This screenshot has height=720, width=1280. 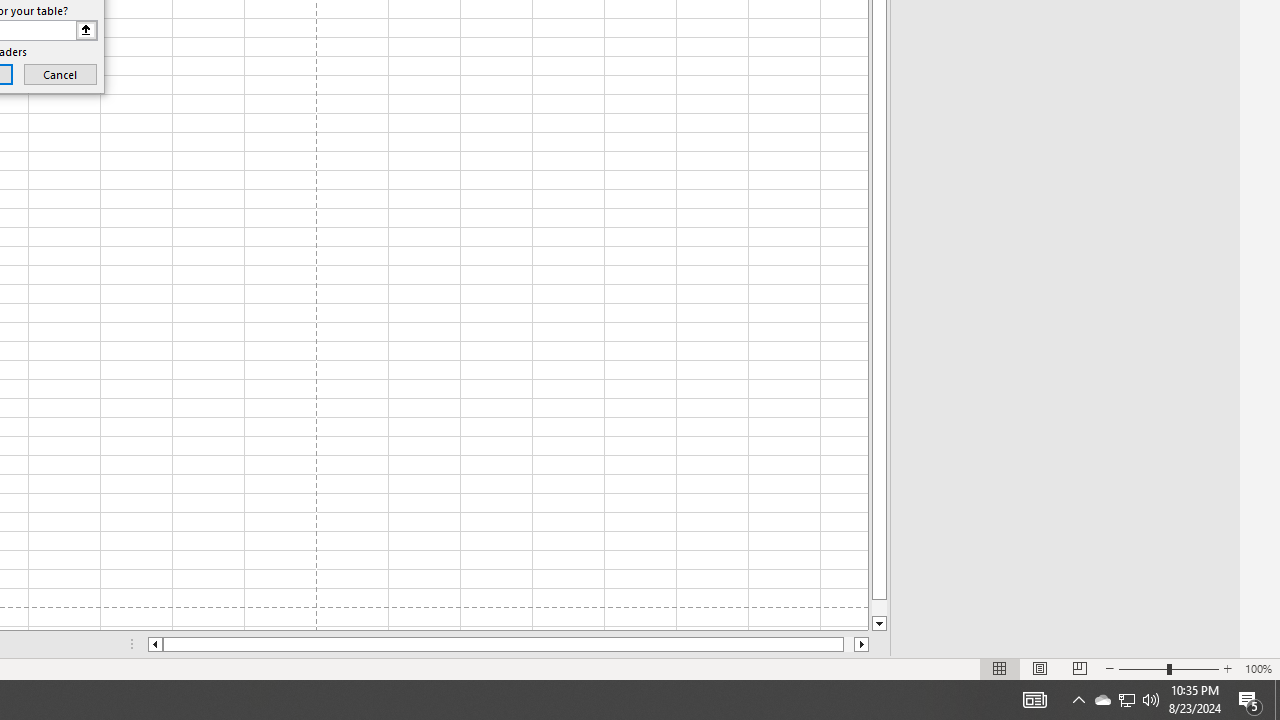 I want to click on 'Page Break Preview', so click(x=1078, y=669).